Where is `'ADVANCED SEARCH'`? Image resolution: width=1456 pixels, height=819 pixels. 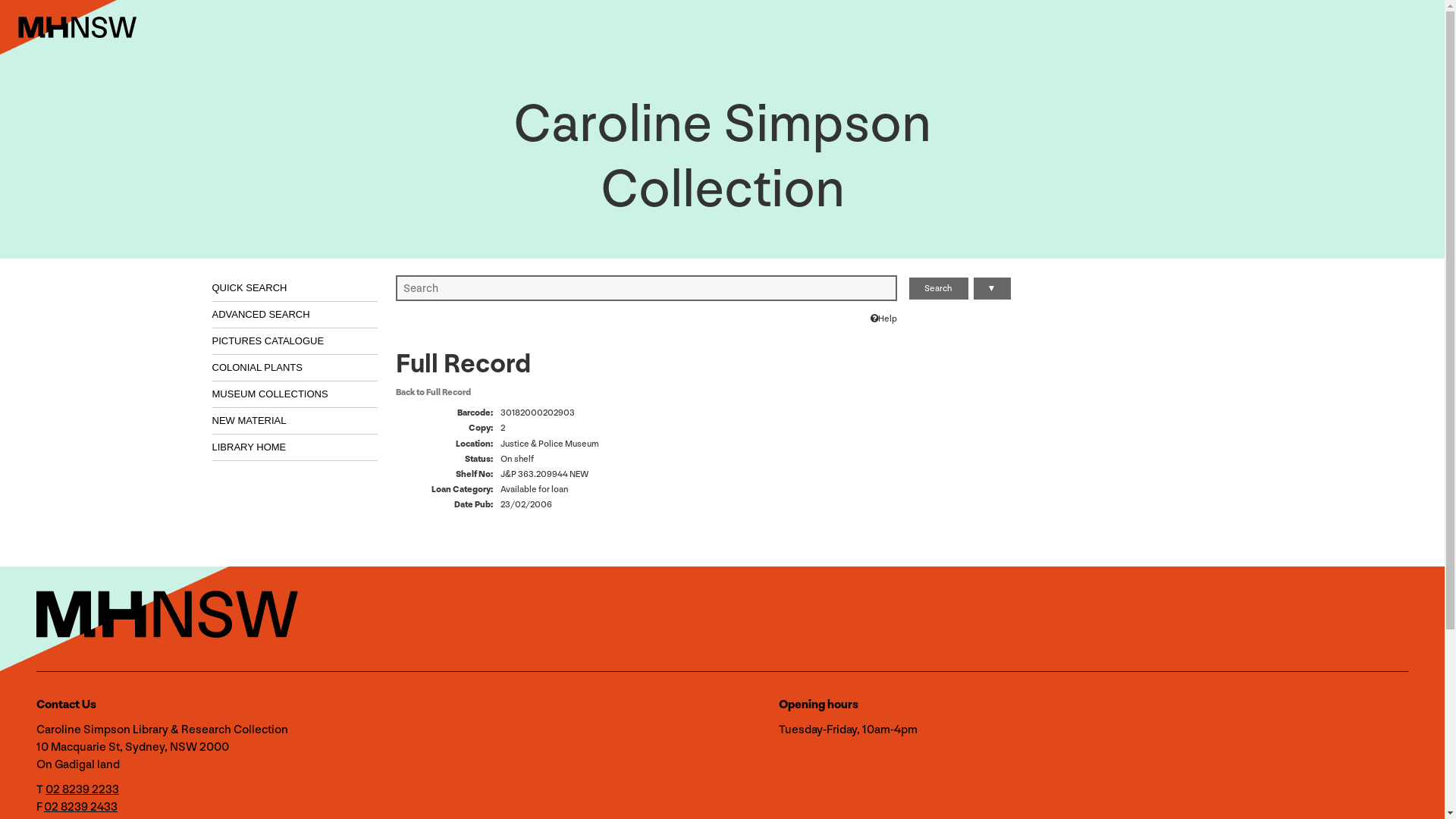 'ADVANCED SEARCH' is located at coordinates (295, 314).